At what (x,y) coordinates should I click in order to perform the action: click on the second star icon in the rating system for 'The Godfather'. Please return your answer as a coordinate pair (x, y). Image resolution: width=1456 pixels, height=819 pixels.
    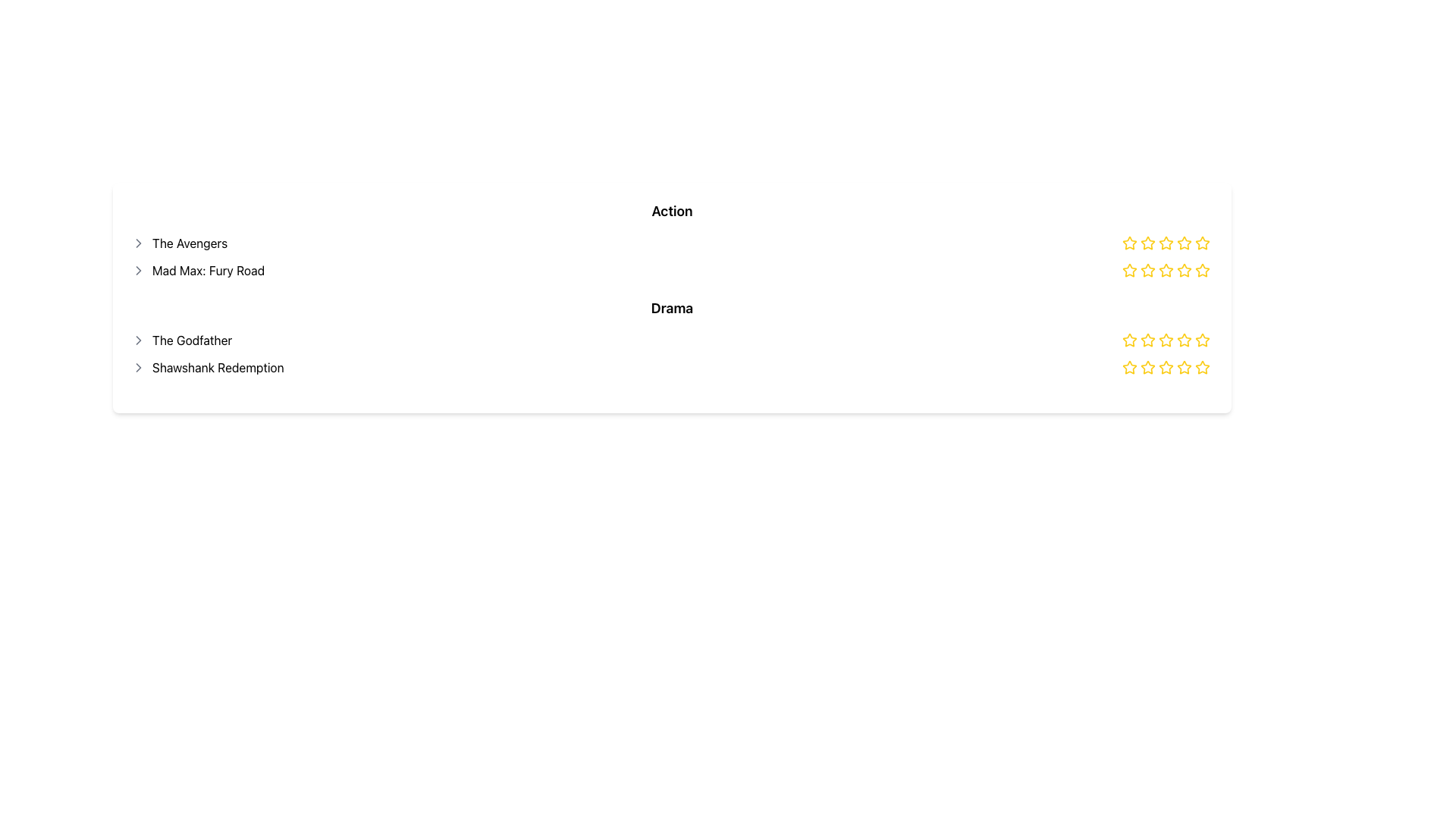
    Looking at the image, I should click on (1147, 339).